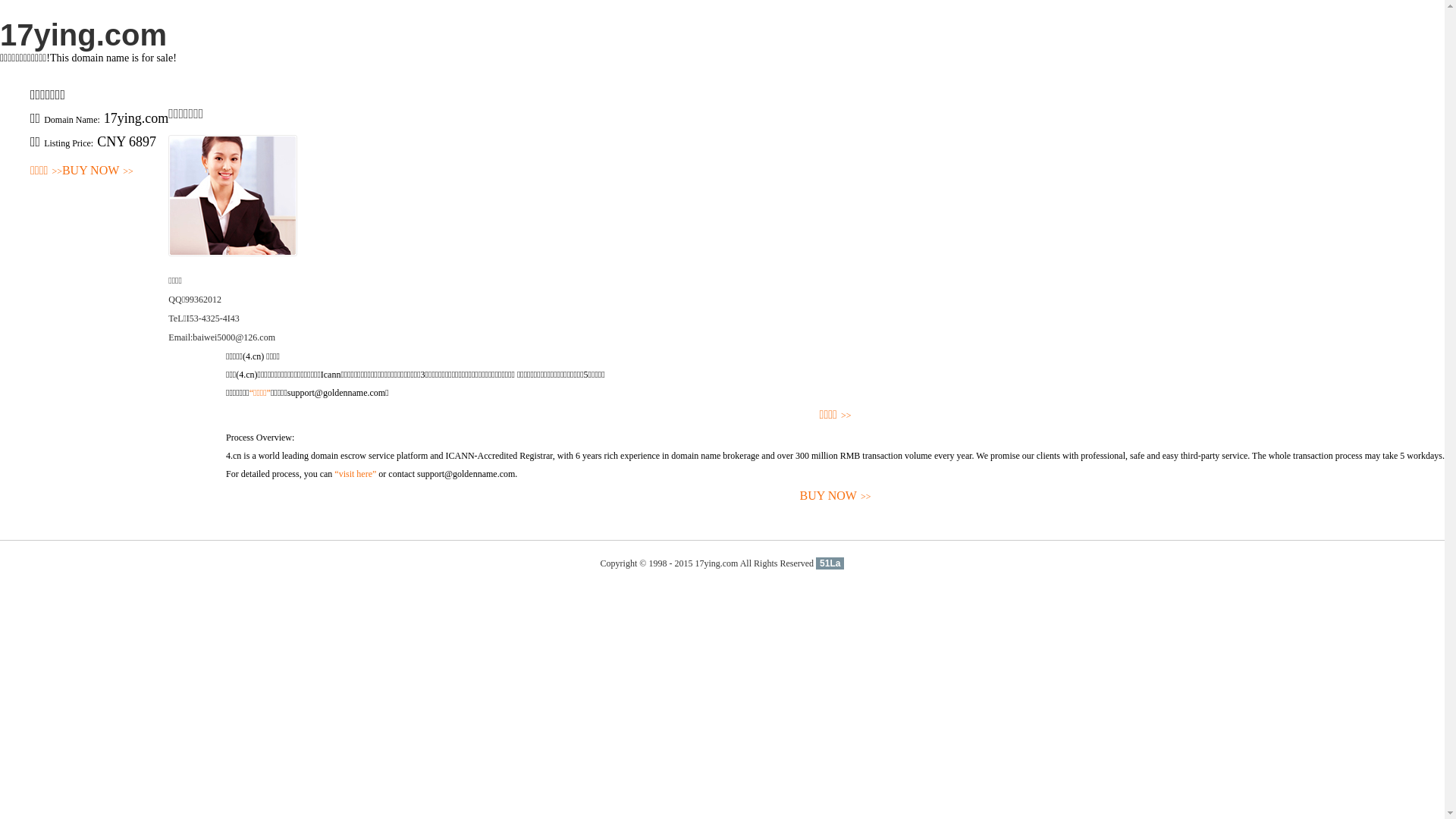 The image size is (1456, 819). Describe the element at coordinates (829, 563) in the screenshot. I see `'51La'` at that location.